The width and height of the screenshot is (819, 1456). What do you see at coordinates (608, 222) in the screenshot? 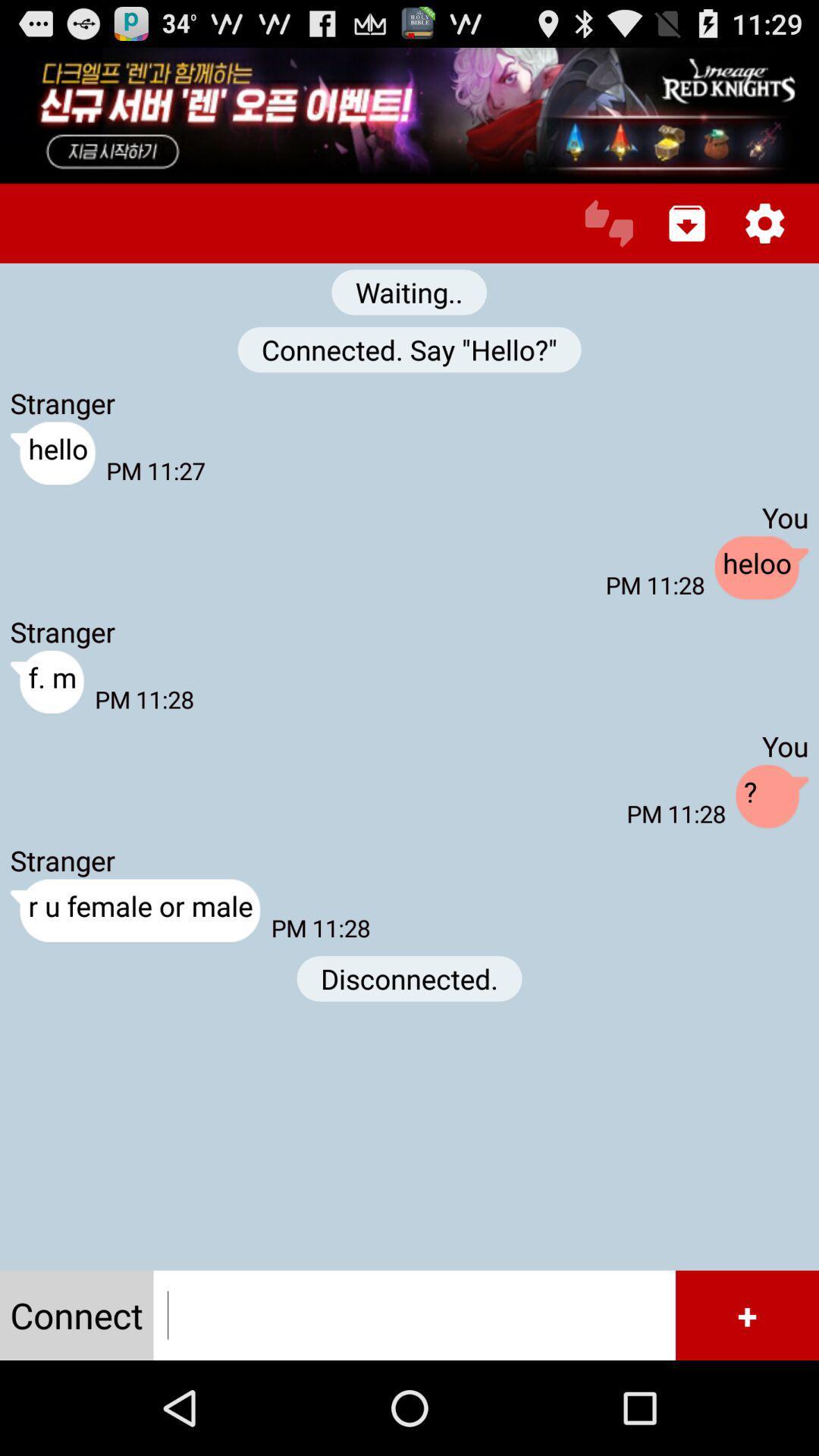
I see `rate option` at bounding box center [608, 222].